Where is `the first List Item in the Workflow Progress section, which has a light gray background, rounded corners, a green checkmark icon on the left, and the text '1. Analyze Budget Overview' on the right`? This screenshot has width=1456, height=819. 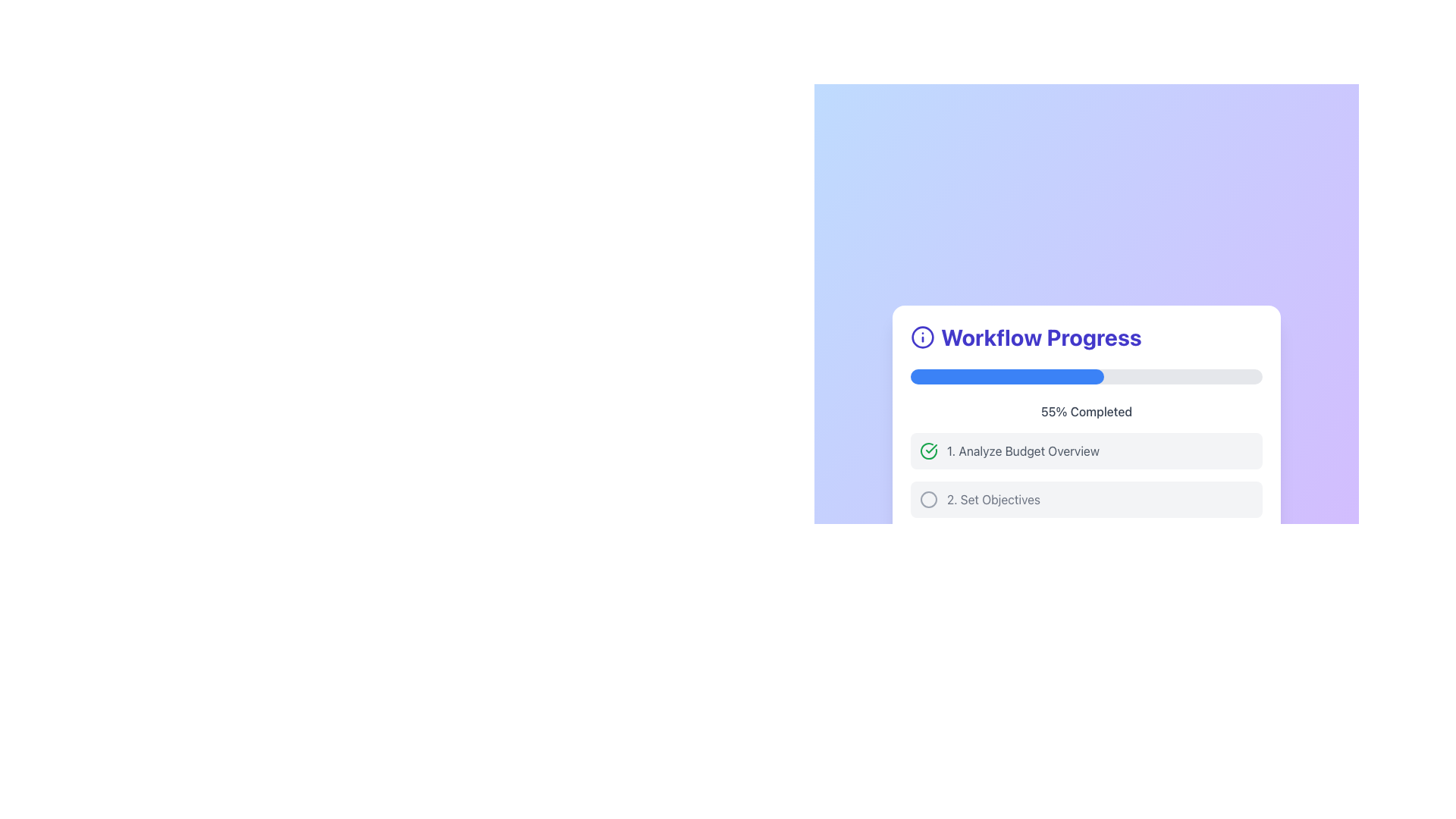
the first List Item in the Workflow Progress section, which has a light gray background, rounded corners, a green checkmark icon on the left, and the text '1. Analyze Budget Overview' on the right is located at coordinates (1086, 450).